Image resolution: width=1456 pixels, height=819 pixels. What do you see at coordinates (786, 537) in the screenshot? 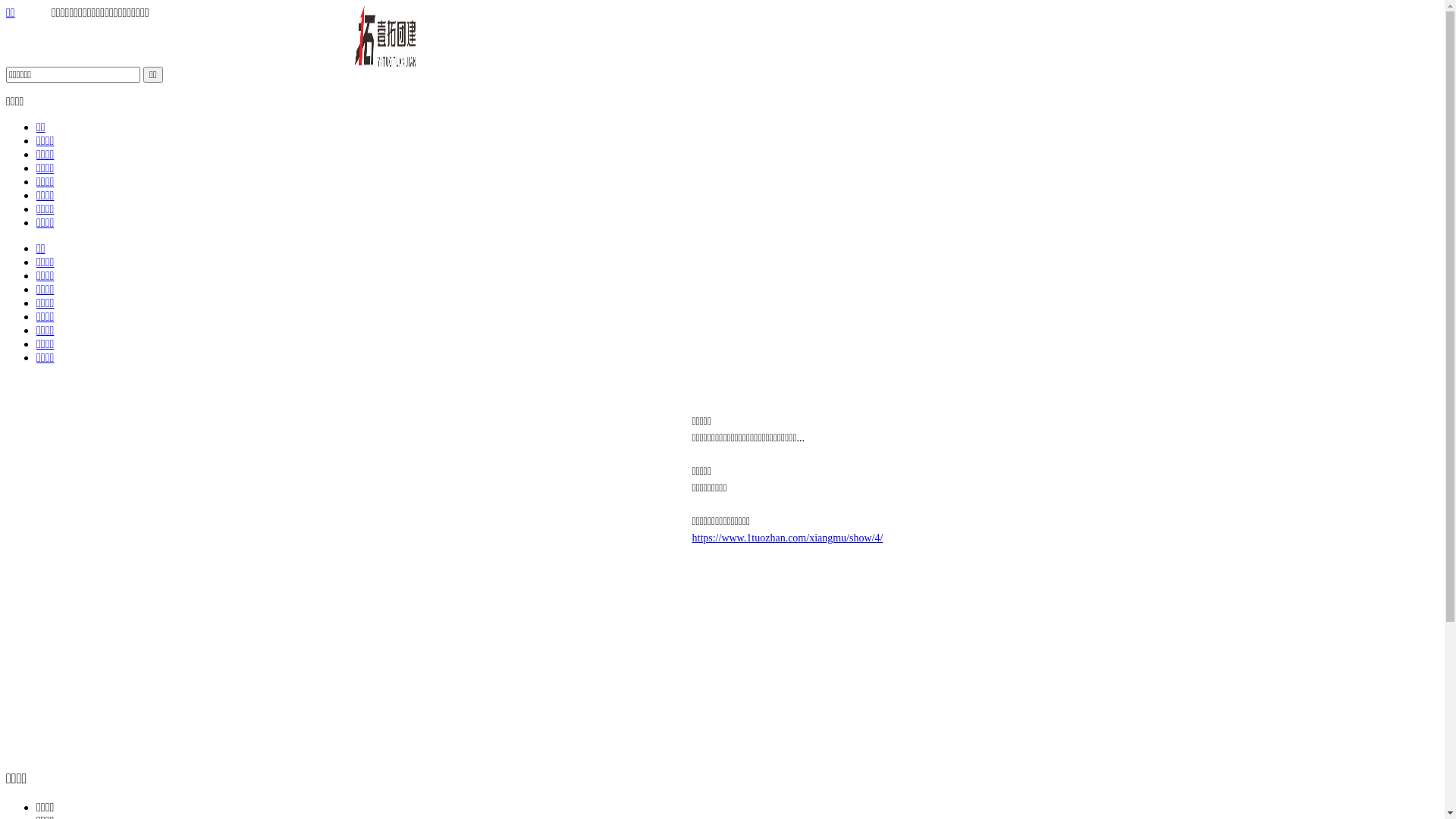
I see `'https://www.1tuozhan.com/xiangmu/show/4/'` at bounding box center [786, 537].